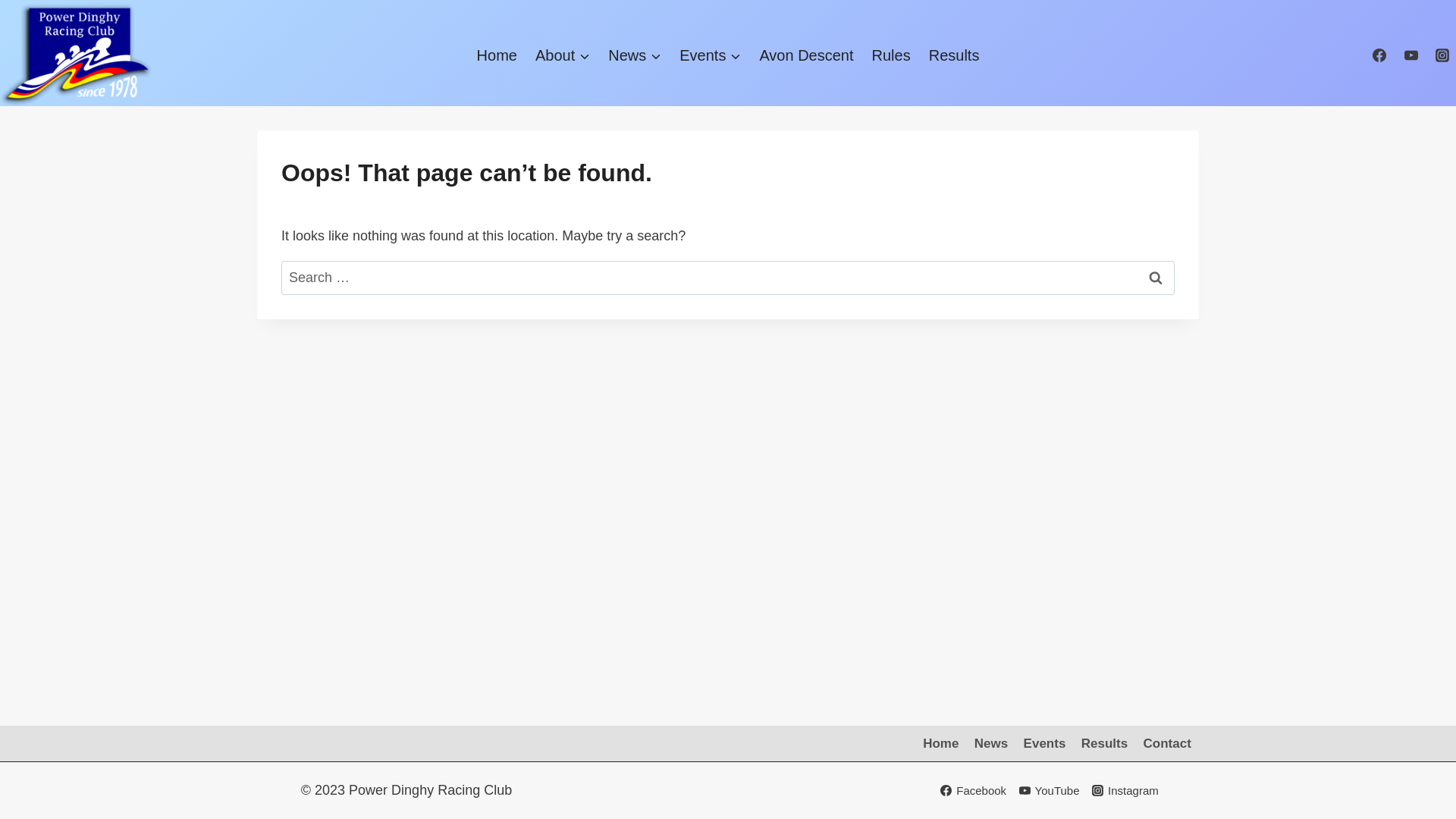 The image size is (1456, 819). I want to click on 'Search', so click(1154, 278).